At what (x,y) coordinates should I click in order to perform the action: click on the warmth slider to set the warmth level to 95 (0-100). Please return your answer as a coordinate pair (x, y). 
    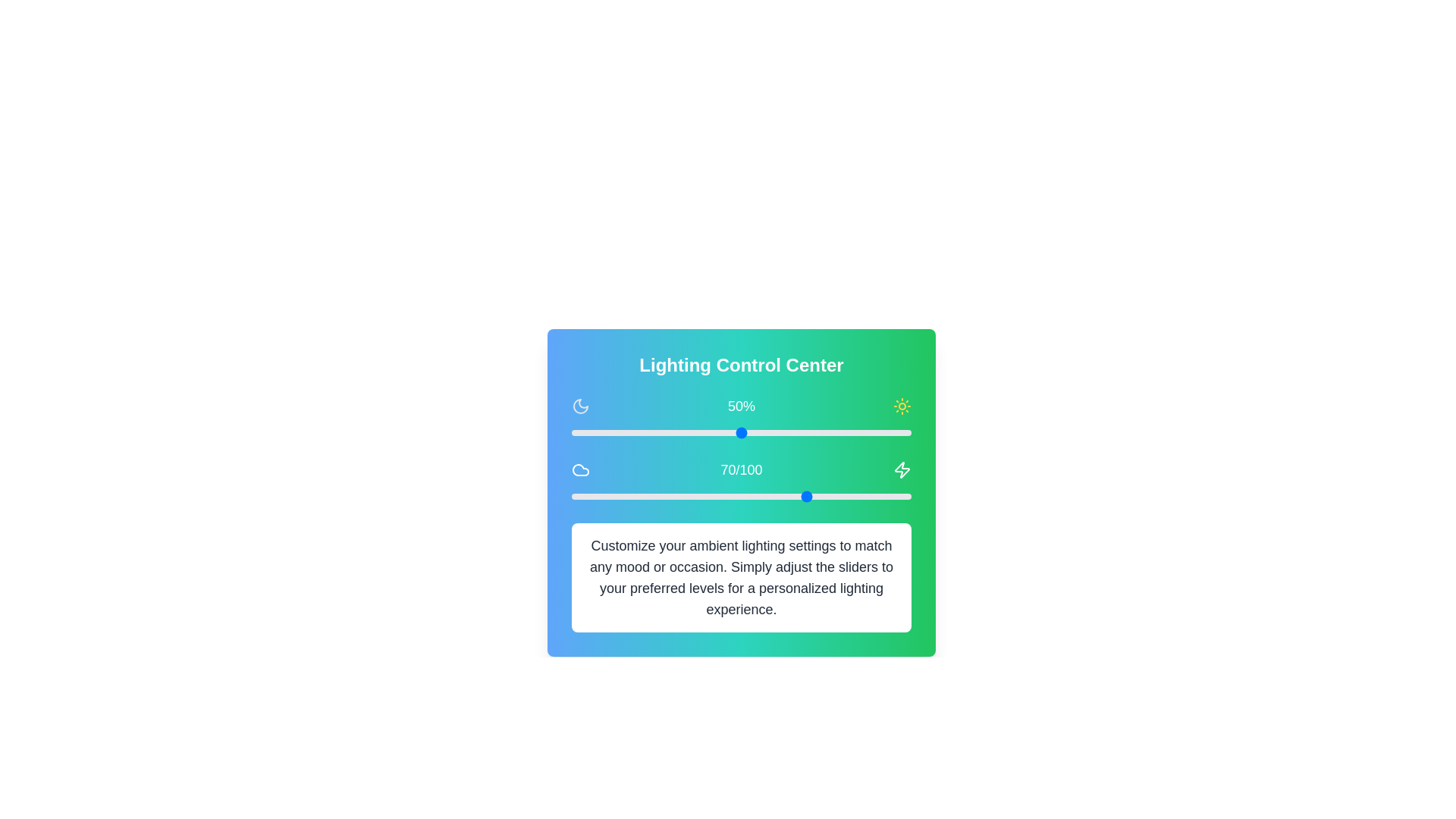
    Looking at the image, I should click on (894, 497).